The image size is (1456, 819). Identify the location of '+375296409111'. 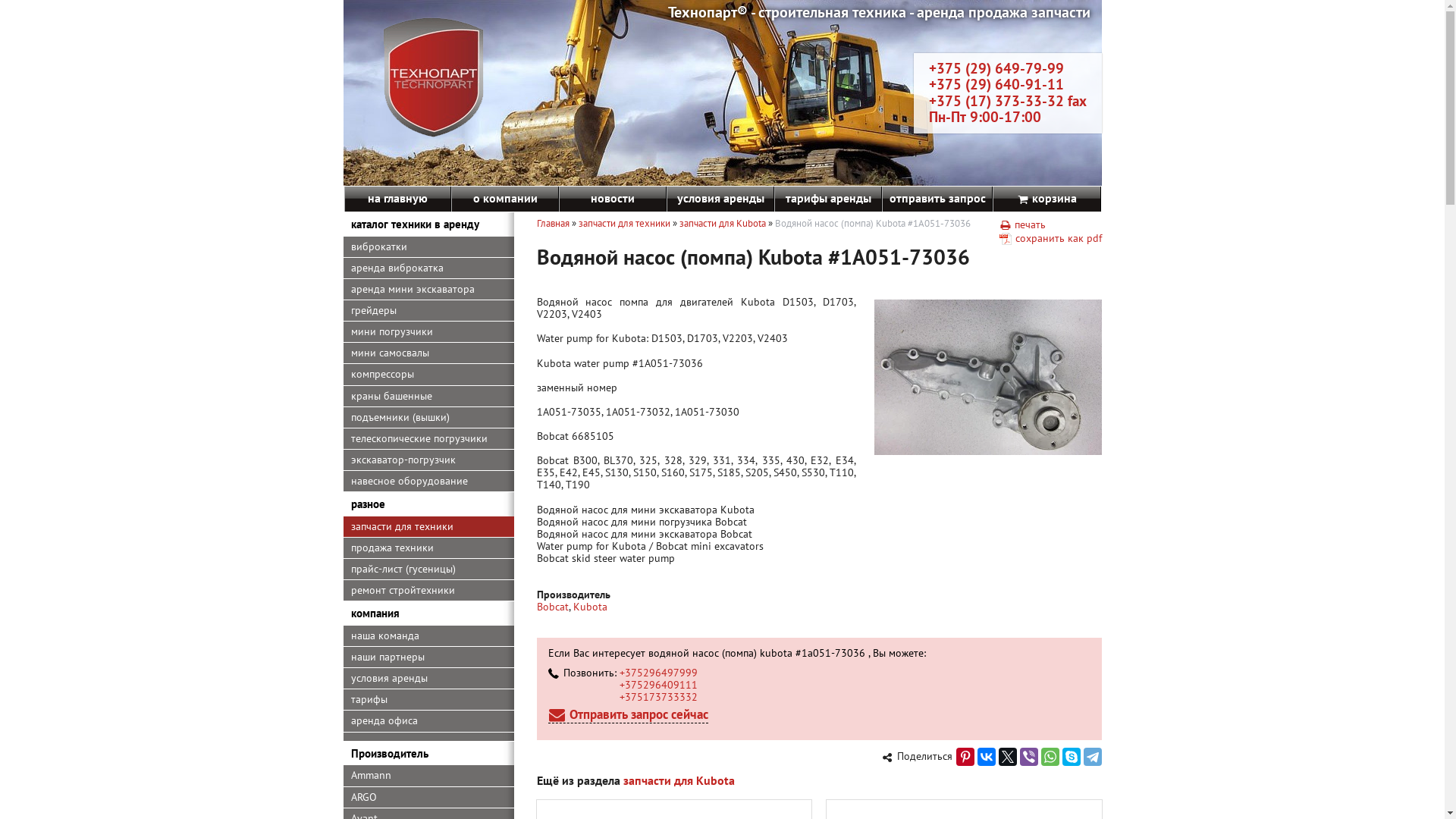
(657, 684).